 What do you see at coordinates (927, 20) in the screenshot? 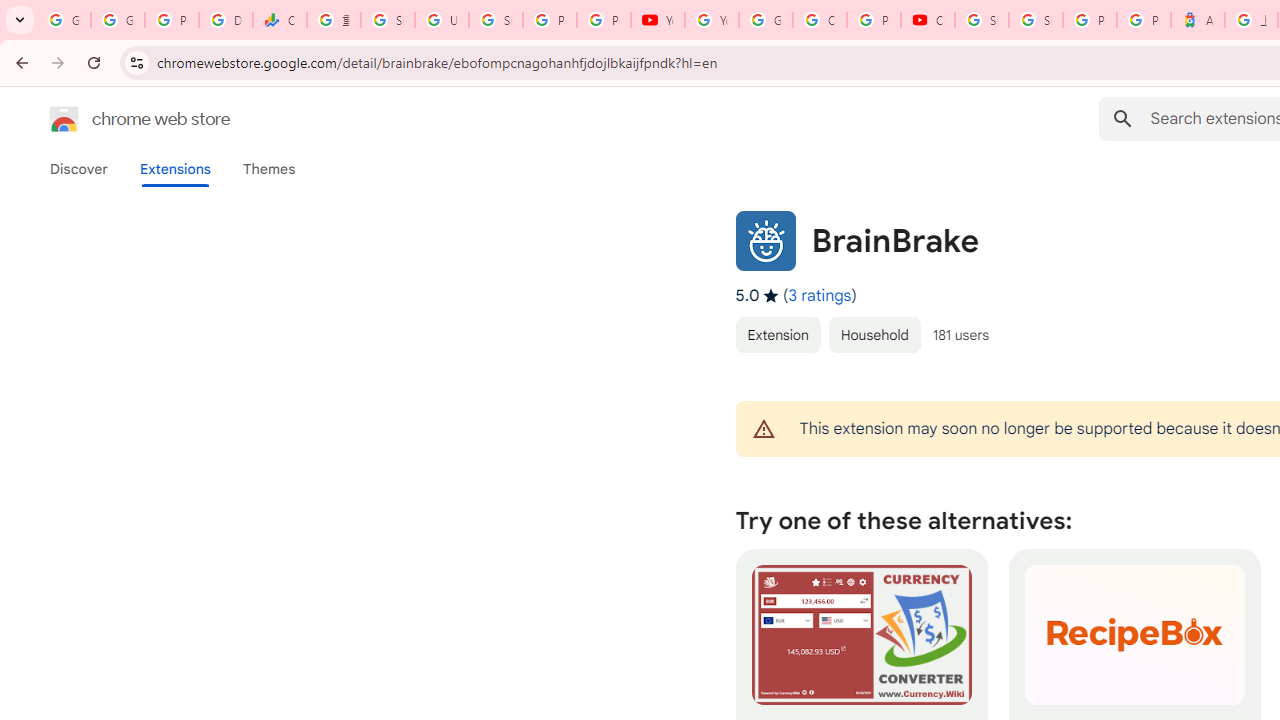
I see `'Content Creator Programs & Opportunities - YouTube Creators'` at bounding box center [927, 20].